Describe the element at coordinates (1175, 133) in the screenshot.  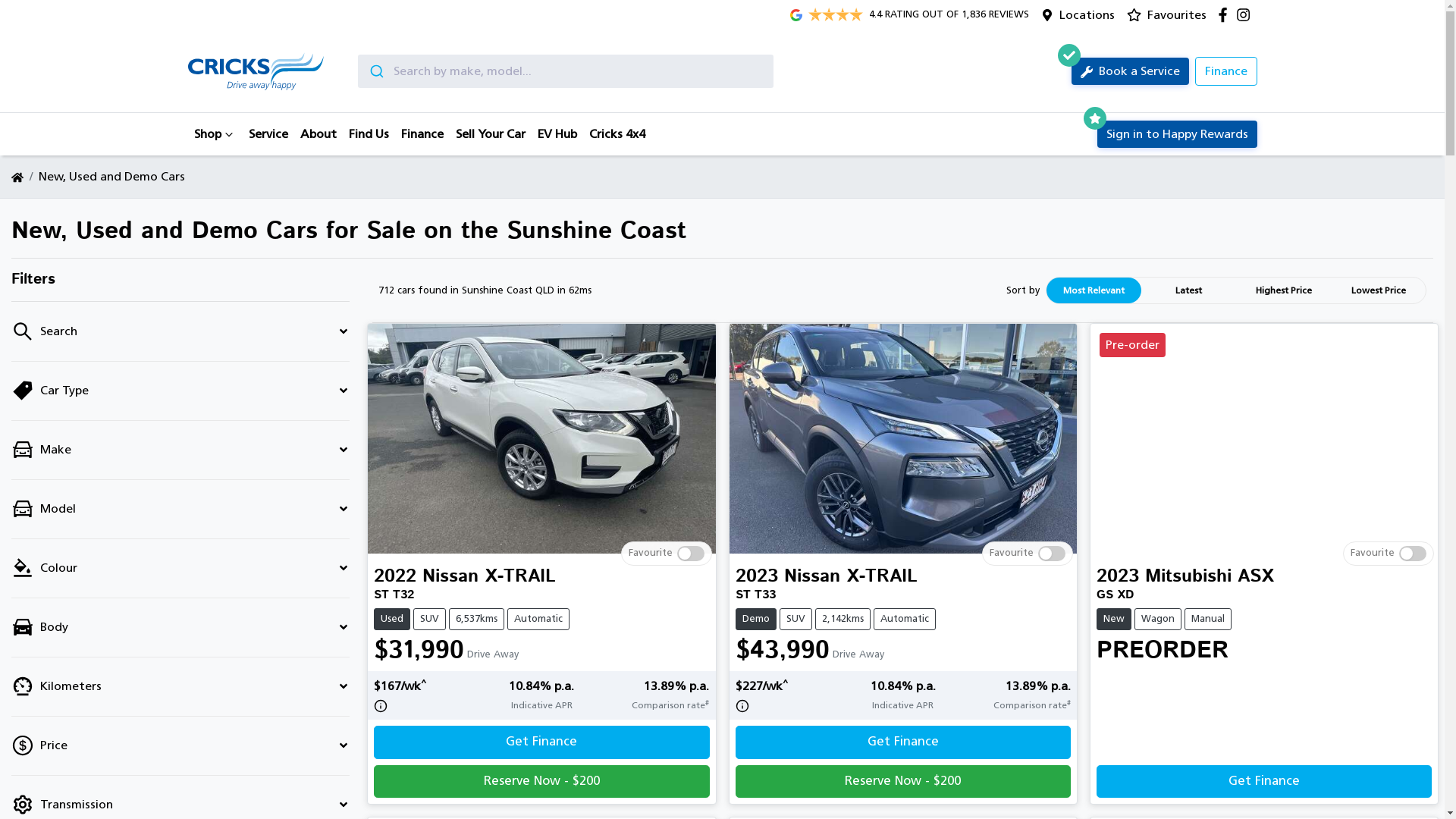
I see `'Sign in to Happy Rewards'` at that location.